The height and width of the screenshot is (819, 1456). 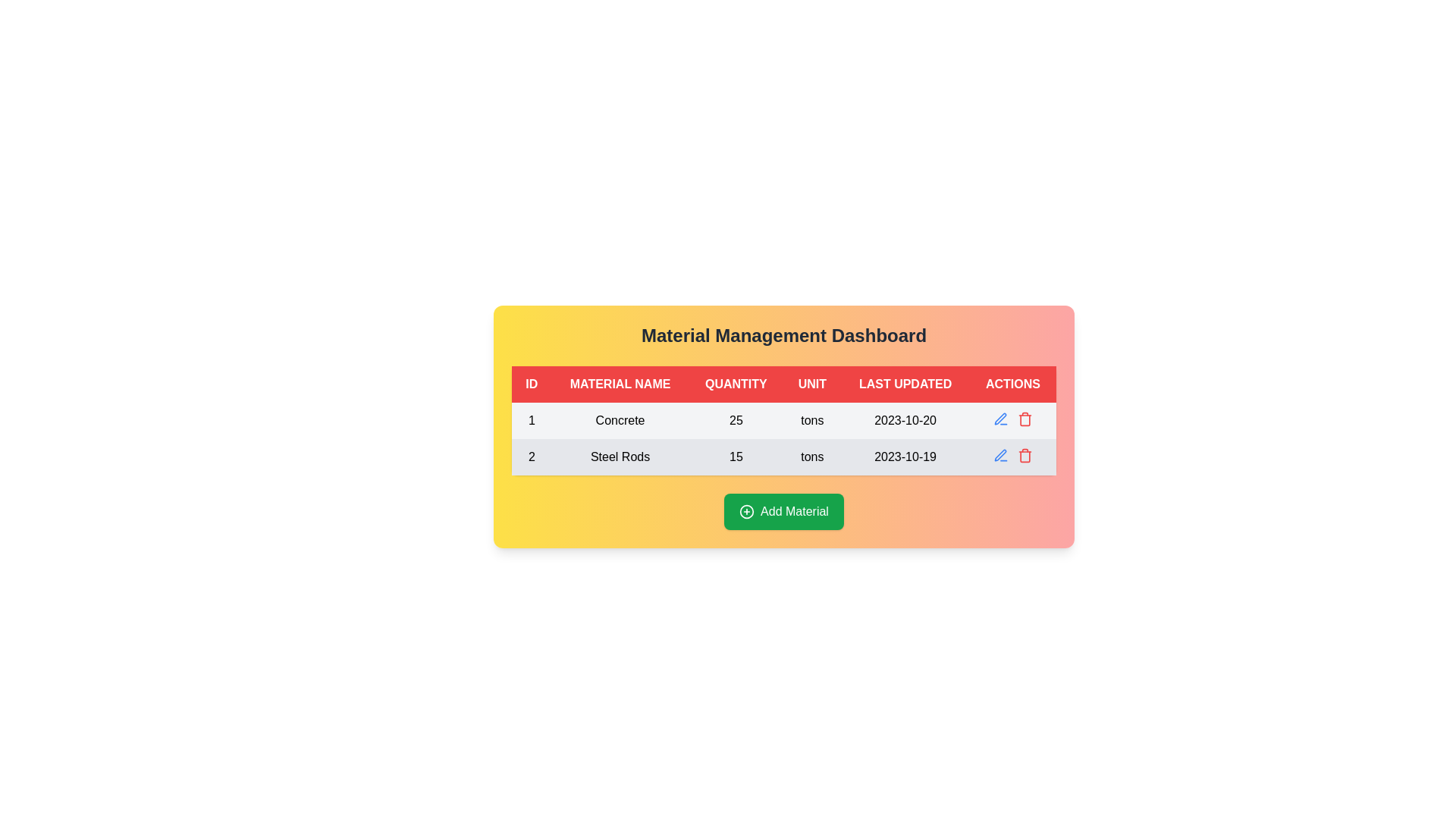 What do you see at coordinates (736, 383) in the screenshot?
I see `the 'QUANTITY' button-like UI component with a red background and white text, located in the table header row as the third item from the left` at bounding box center [736, 383].